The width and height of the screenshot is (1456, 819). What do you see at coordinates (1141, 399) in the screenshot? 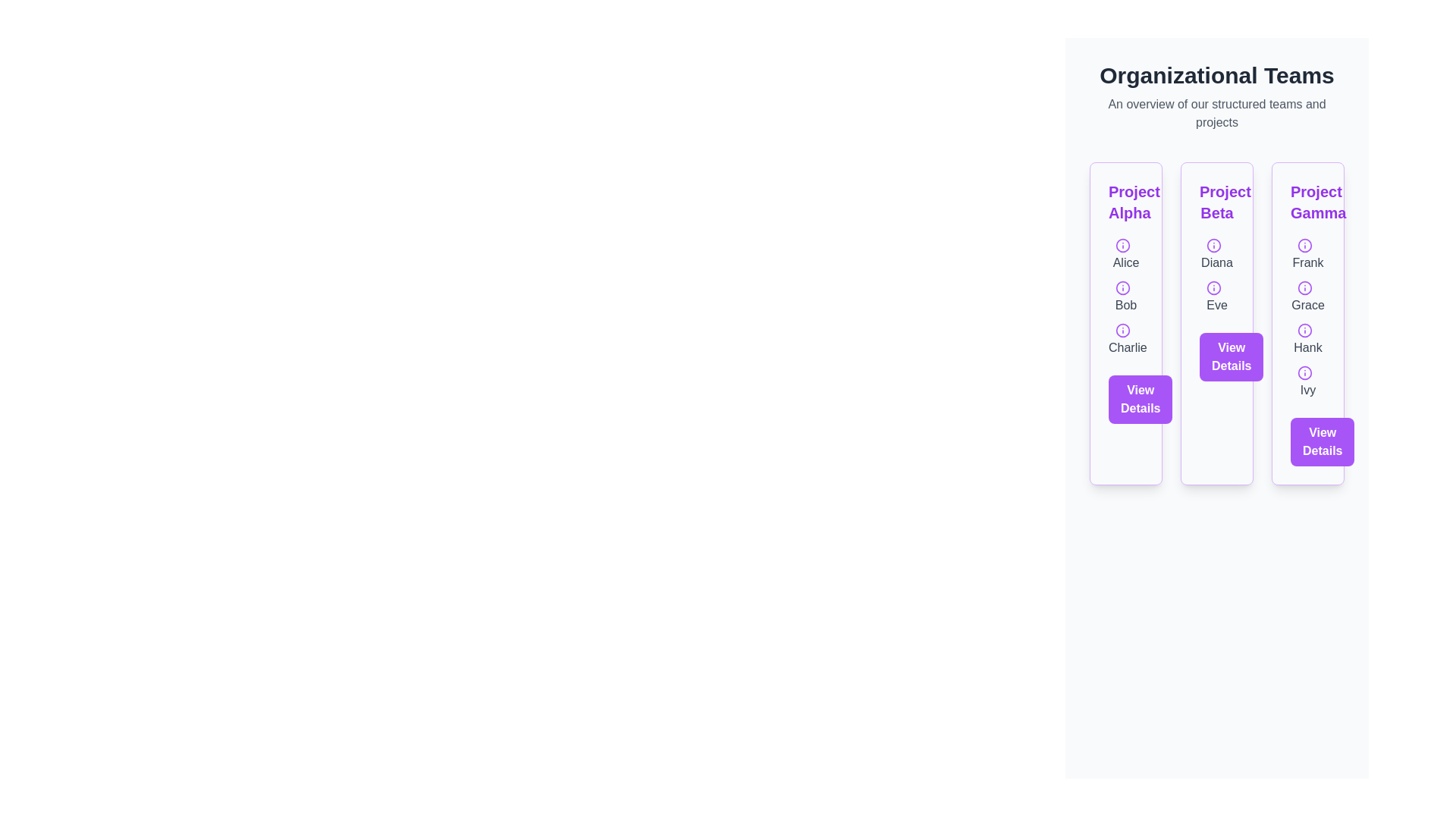
I see `the button located at the bottom of the 'Project Alpha' card` at bounding box center [1141, 399].